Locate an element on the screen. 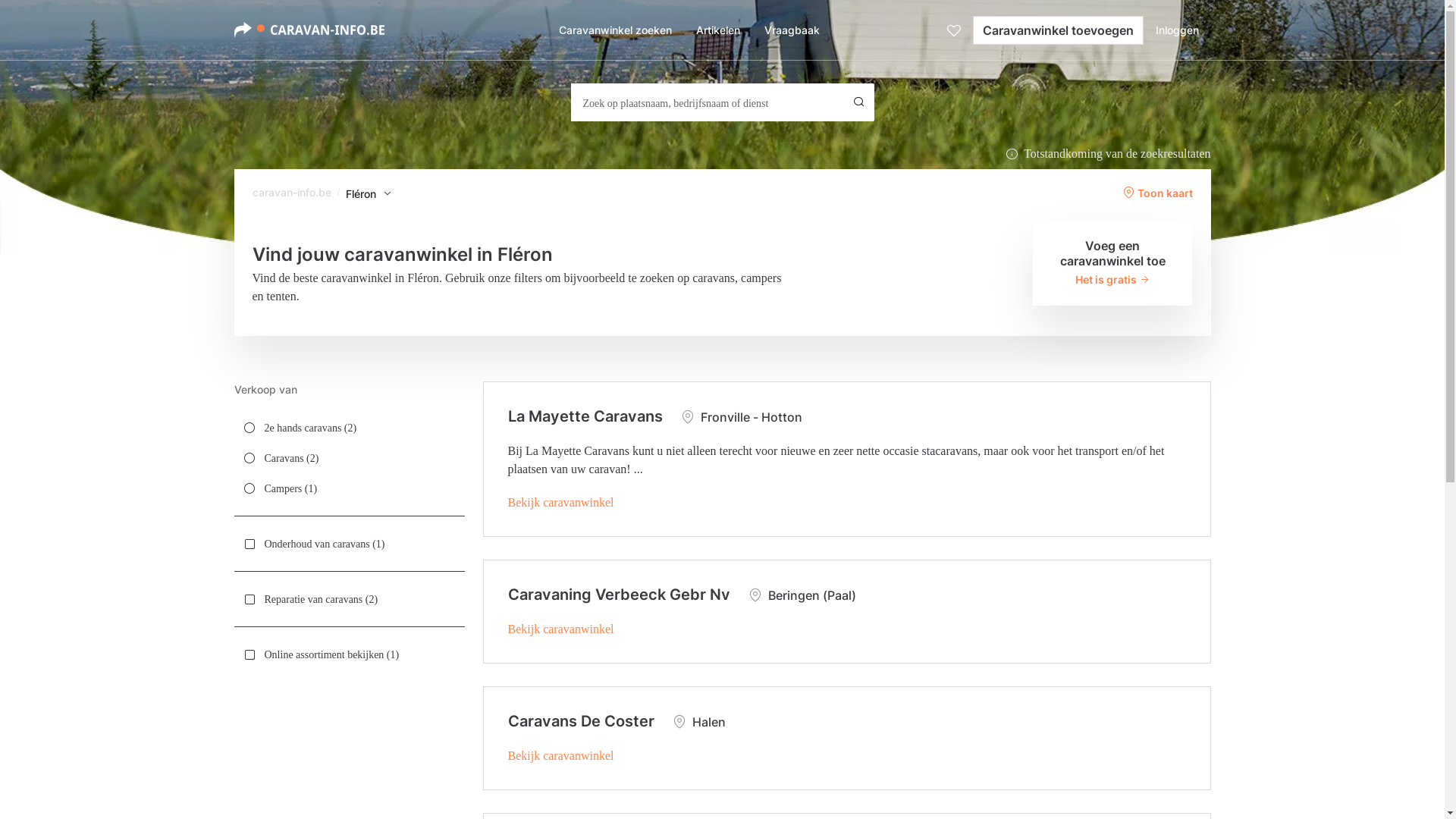 This screenshot has width=1456, height=819. 'Bekijk caravanwinkel' is located at coordinates (560, 502).